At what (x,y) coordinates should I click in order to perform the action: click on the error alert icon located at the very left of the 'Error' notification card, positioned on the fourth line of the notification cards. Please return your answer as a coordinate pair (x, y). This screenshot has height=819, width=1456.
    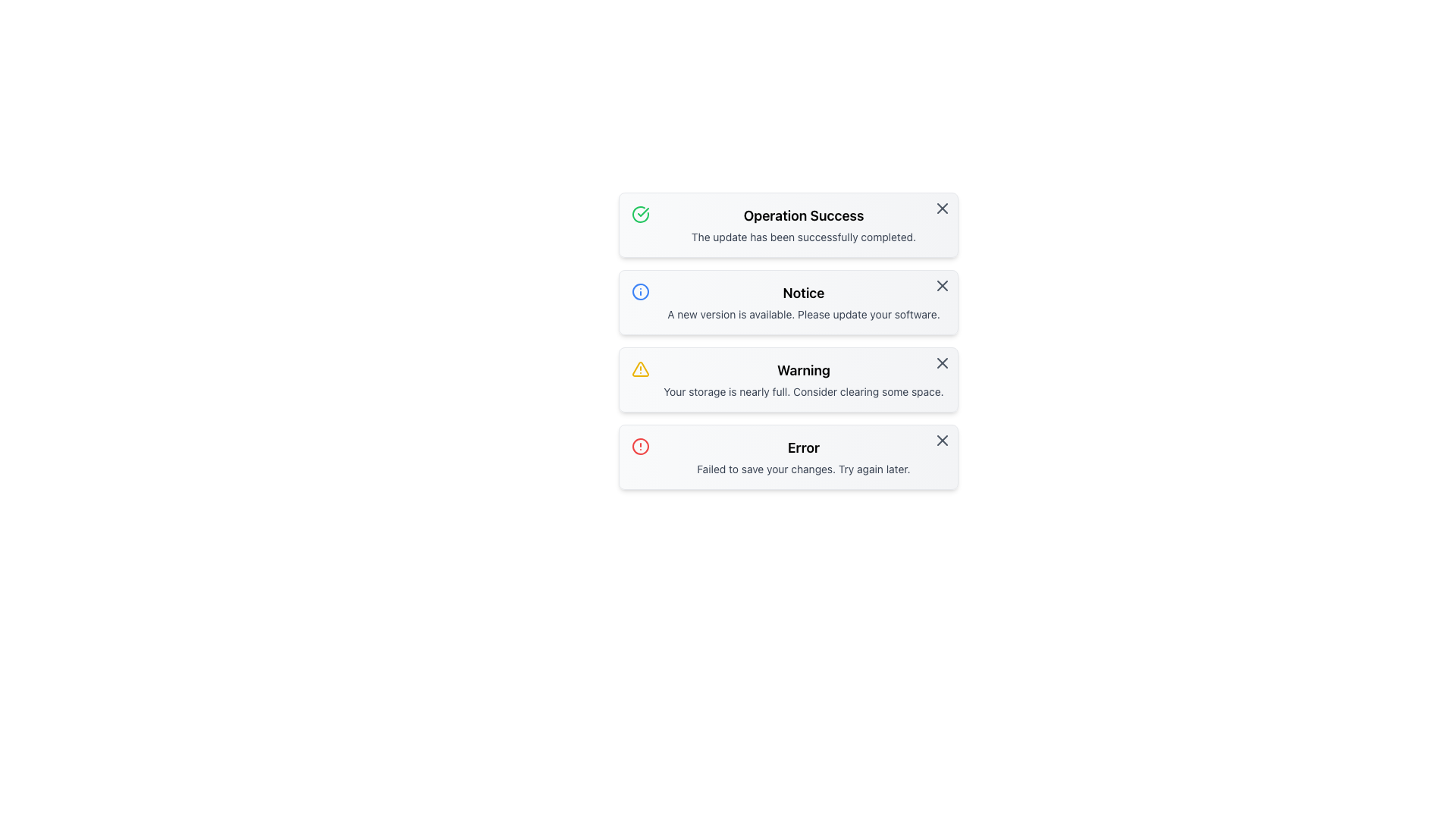
    Looking at the image, I should click on (640, 446).